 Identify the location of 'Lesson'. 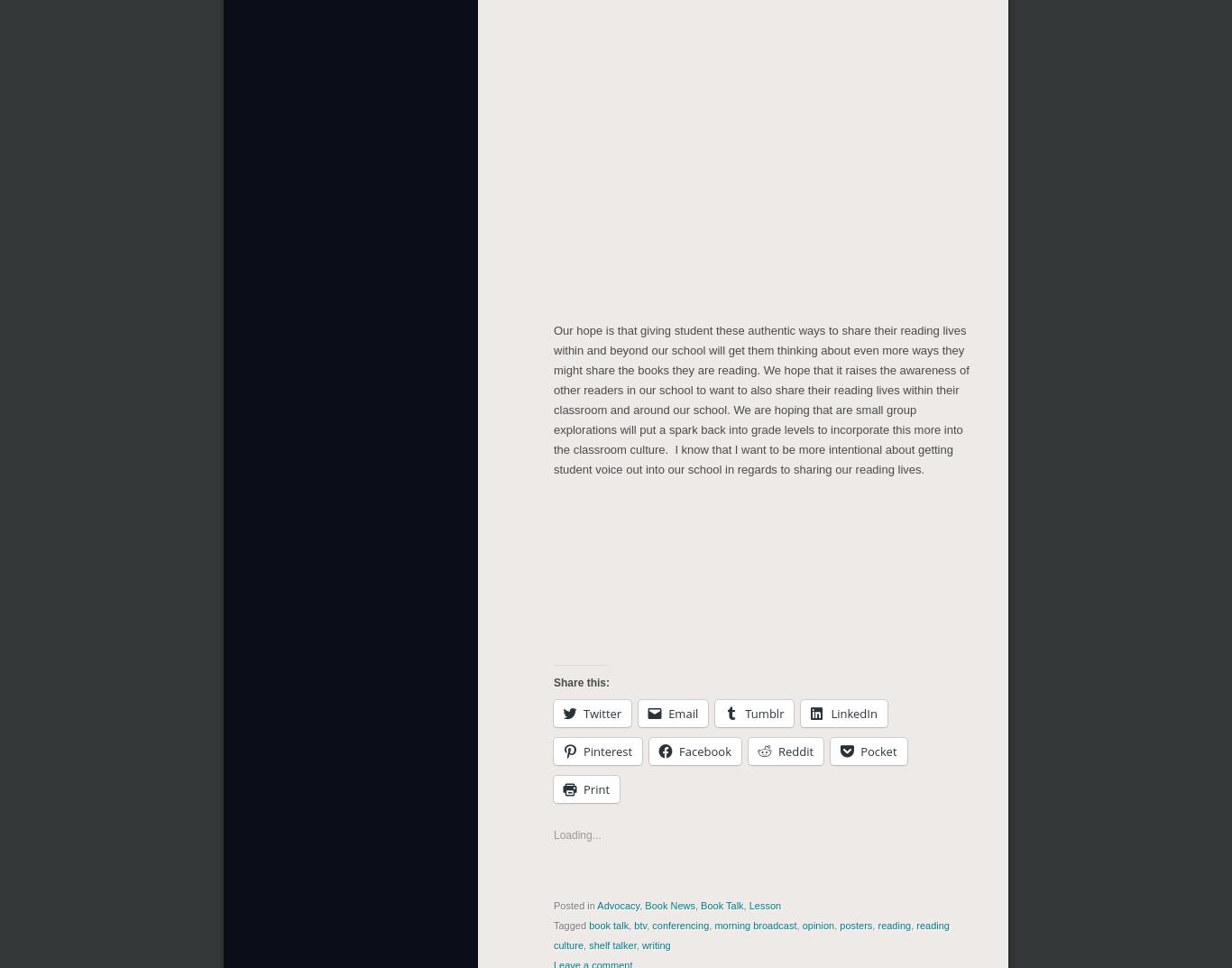
(764, 904).